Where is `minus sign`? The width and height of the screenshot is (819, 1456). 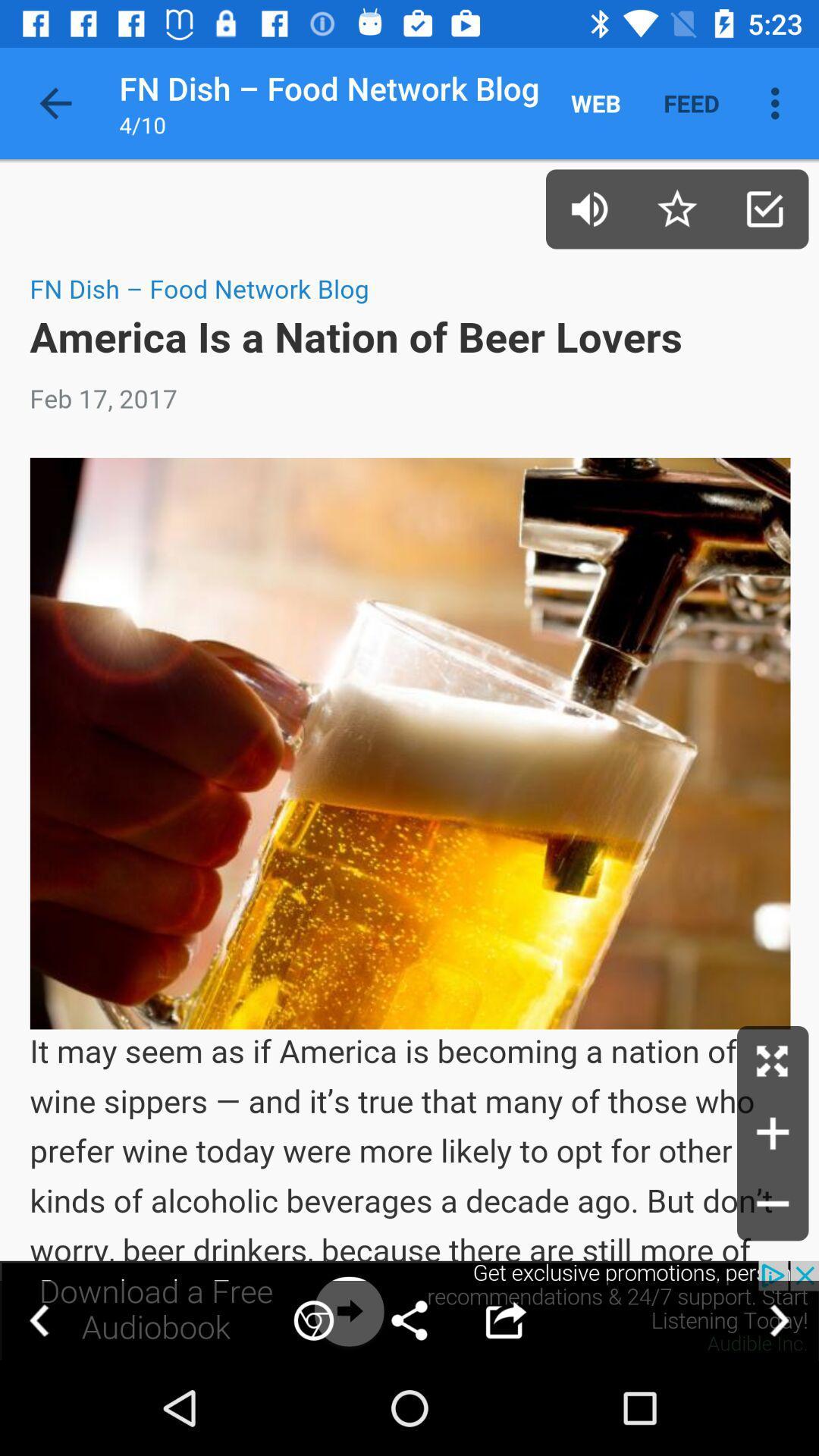
minus sign is located at coordinates (773, 1204).